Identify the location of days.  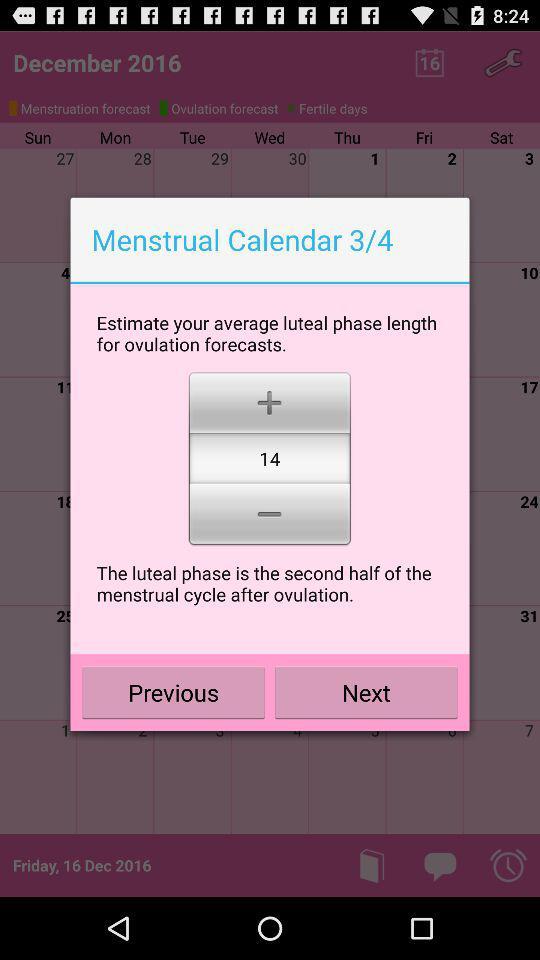
(269, 400).